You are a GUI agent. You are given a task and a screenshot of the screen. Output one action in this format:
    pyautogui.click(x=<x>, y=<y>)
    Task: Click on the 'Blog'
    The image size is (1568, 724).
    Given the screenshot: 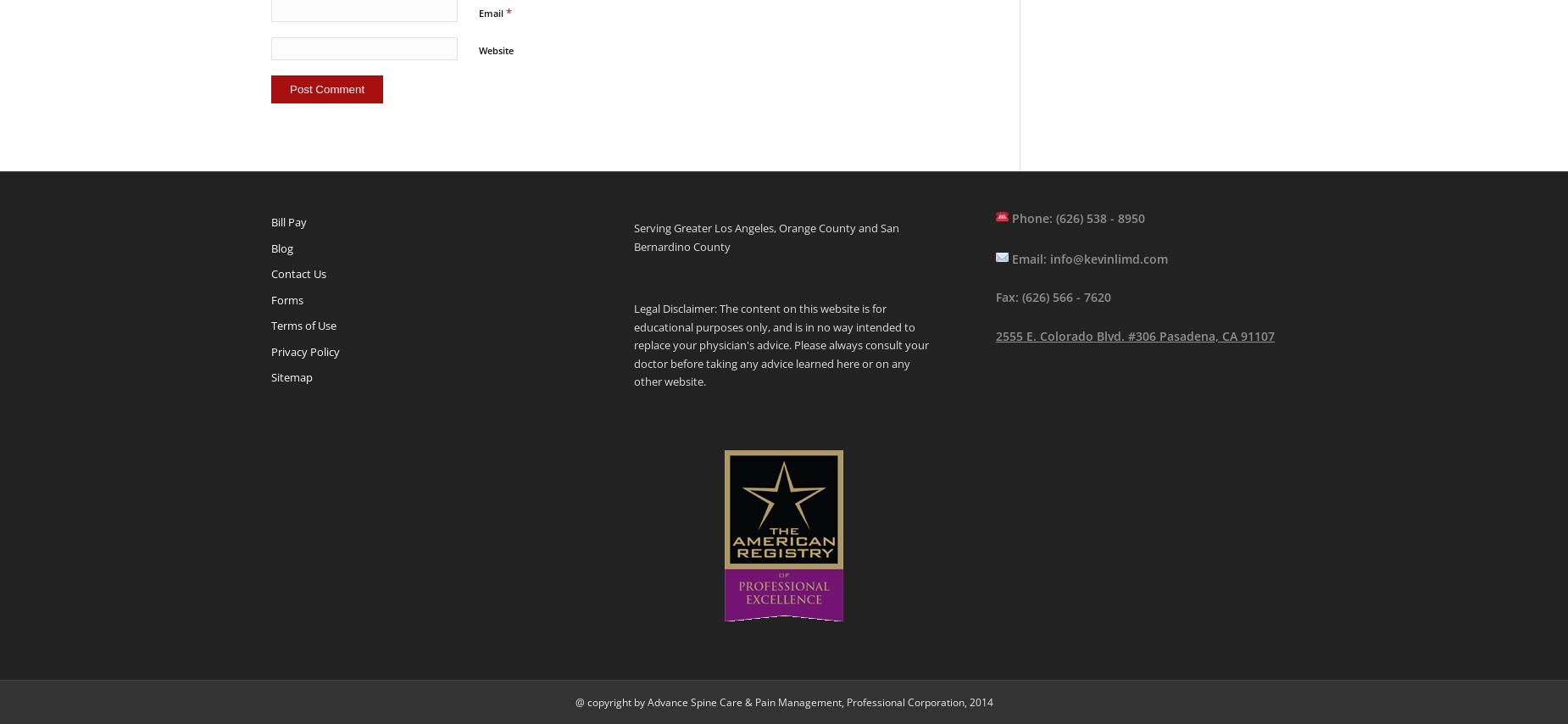 What is the action you would take?
    pyautogui.click(x=270, y=247)
    